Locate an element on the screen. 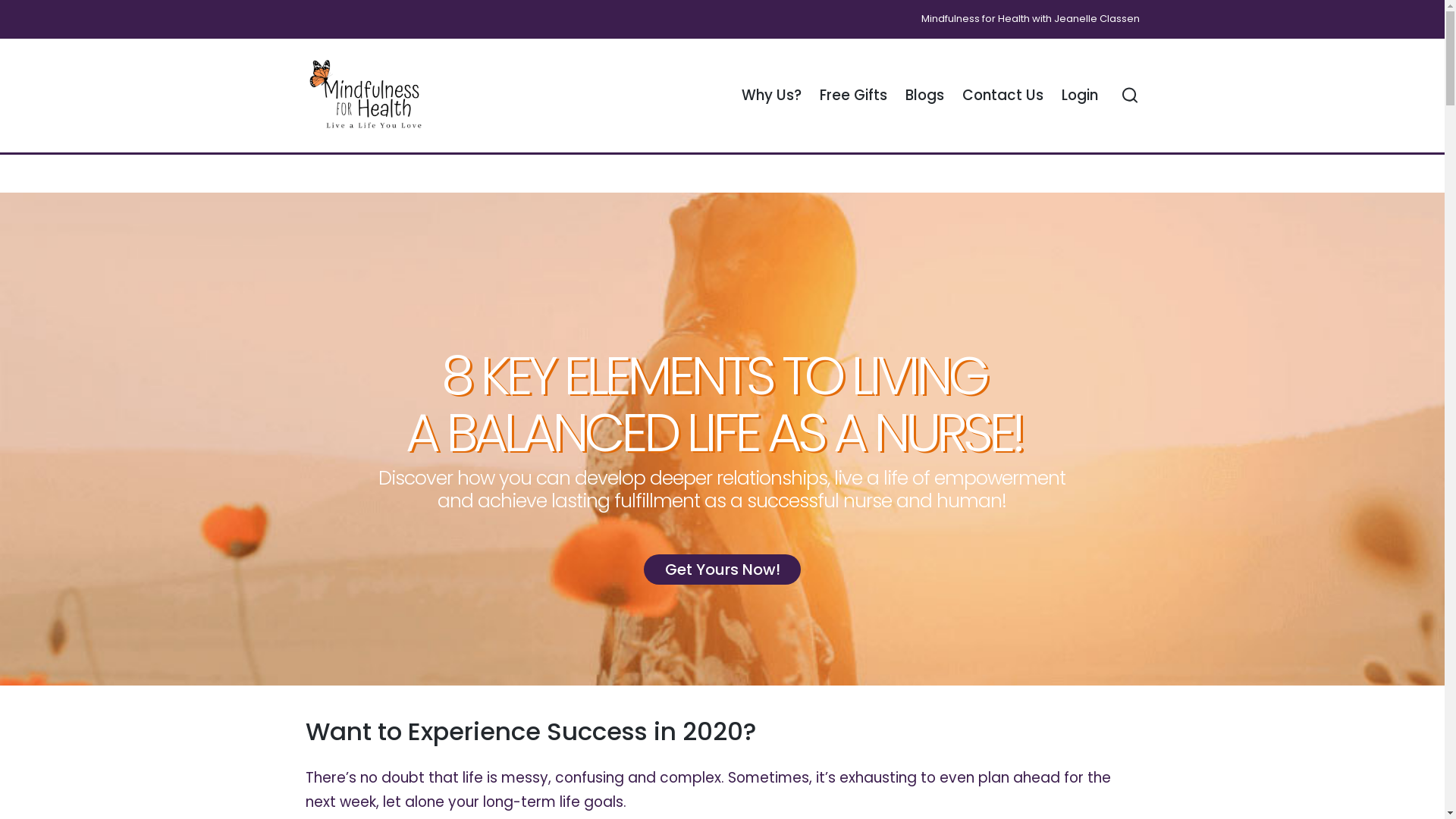 Image resolution: width=1456 pixels, height=819 pixels. 'Why Us?' is located at coordinates (771, 96).